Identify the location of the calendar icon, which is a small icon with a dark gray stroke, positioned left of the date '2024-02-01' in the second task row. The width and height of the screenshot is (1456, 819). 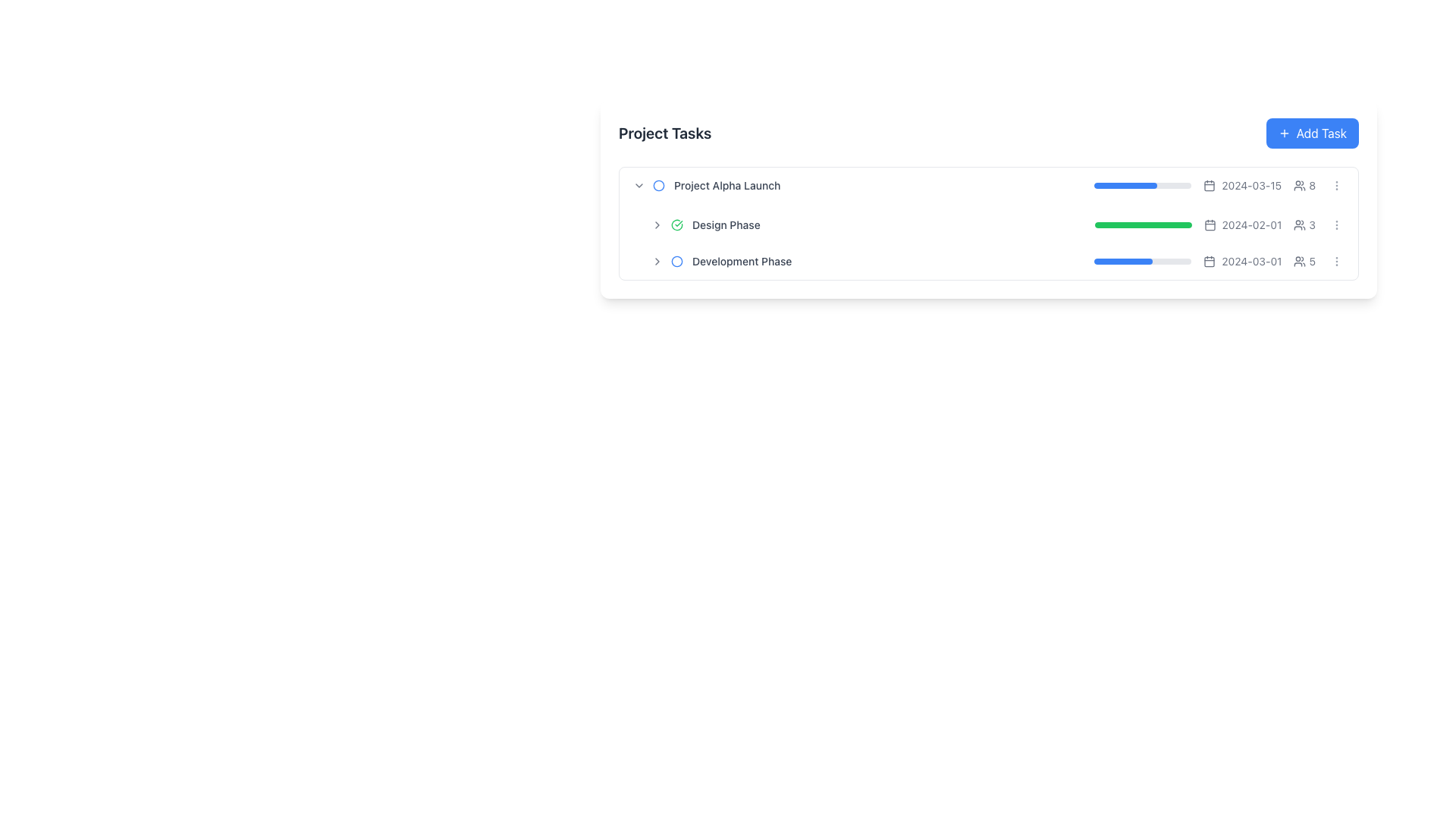
(1209, 225).